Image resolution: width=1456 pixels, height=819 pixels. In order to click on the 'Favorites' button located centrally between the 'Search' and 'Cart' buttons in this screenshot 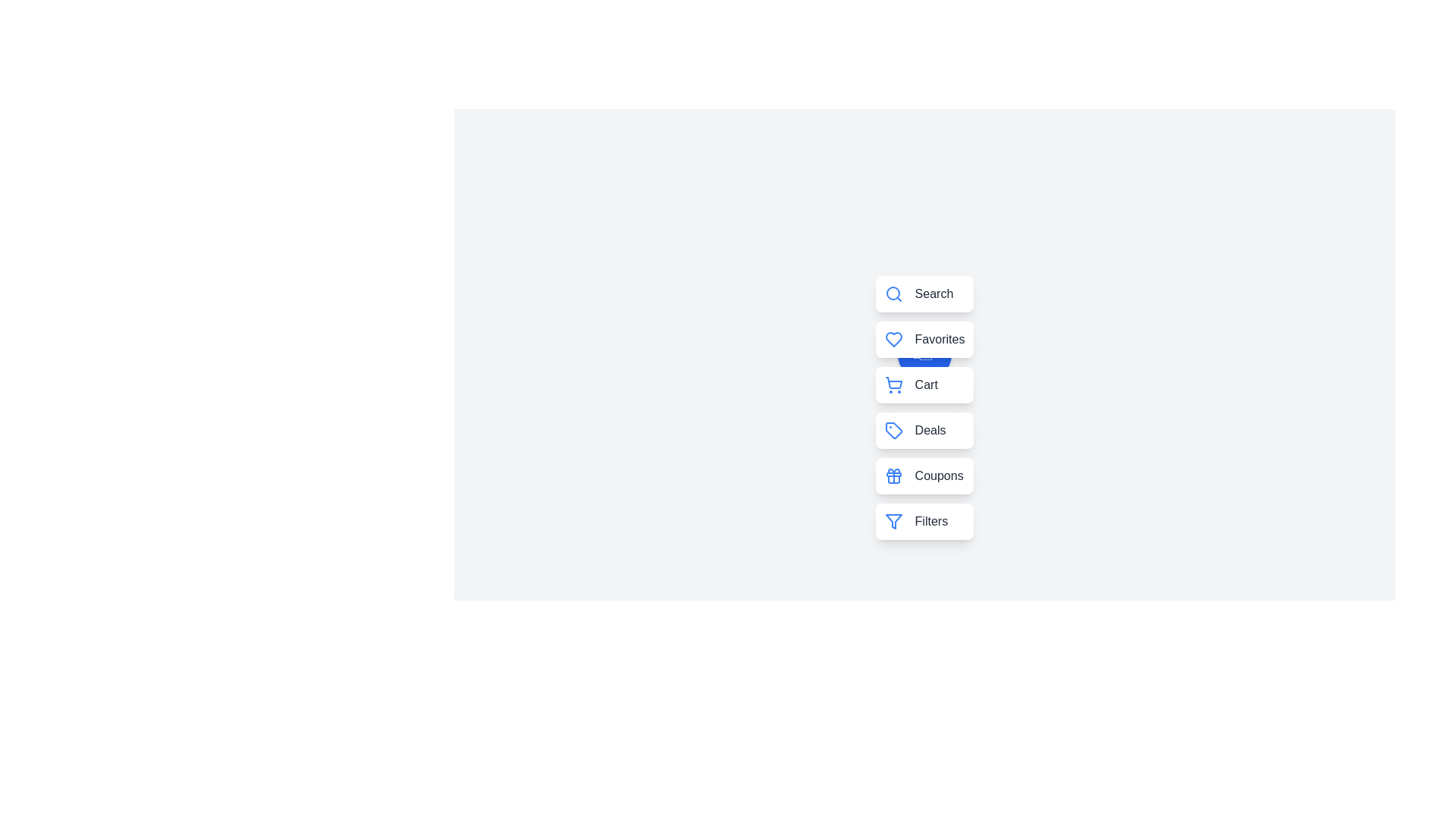, I will do `click(924, 354)`.